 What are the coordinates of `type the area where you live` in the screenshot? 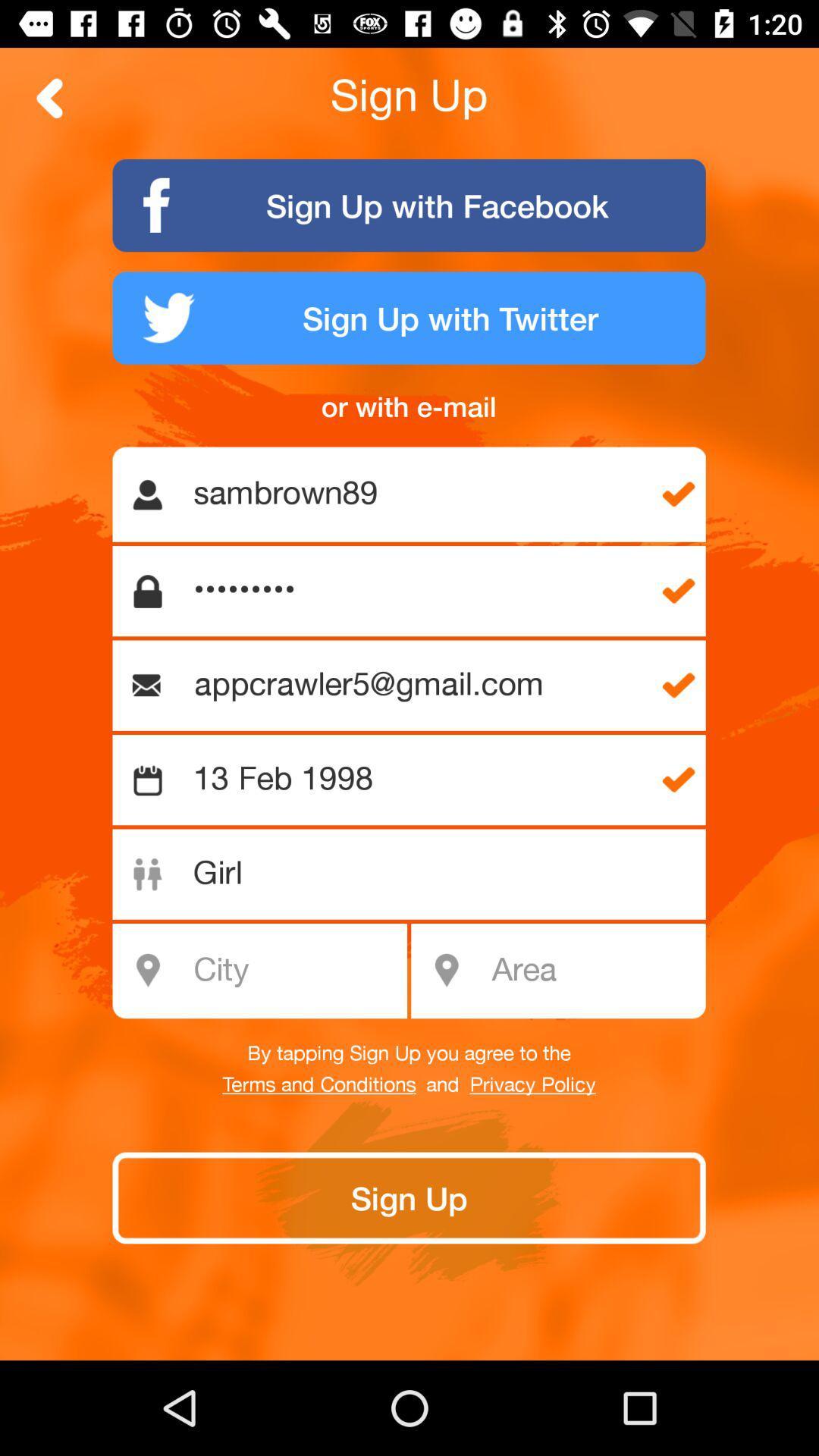 It's located at (593, 971).